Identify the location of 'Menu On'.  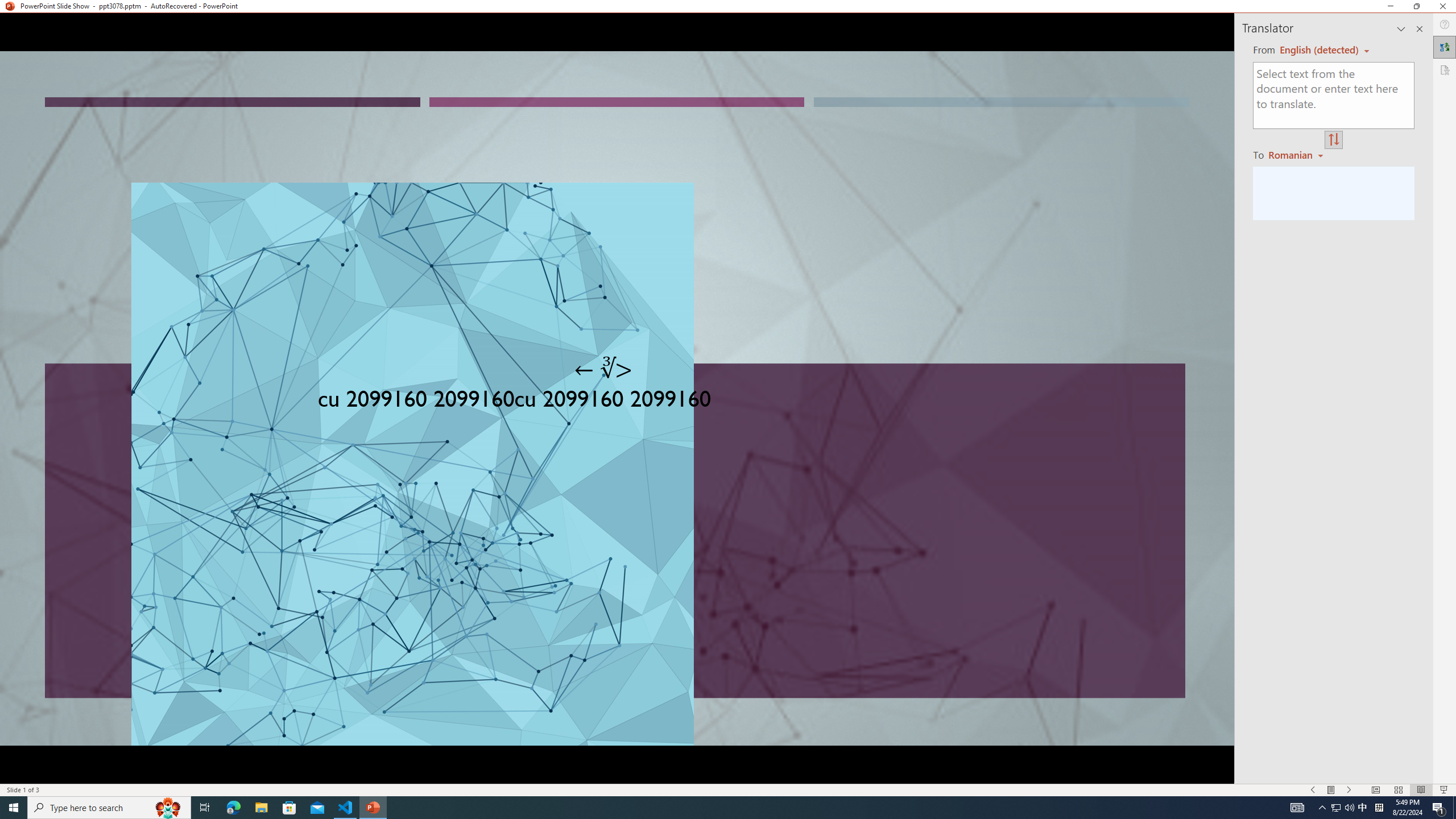
(1331, 790).